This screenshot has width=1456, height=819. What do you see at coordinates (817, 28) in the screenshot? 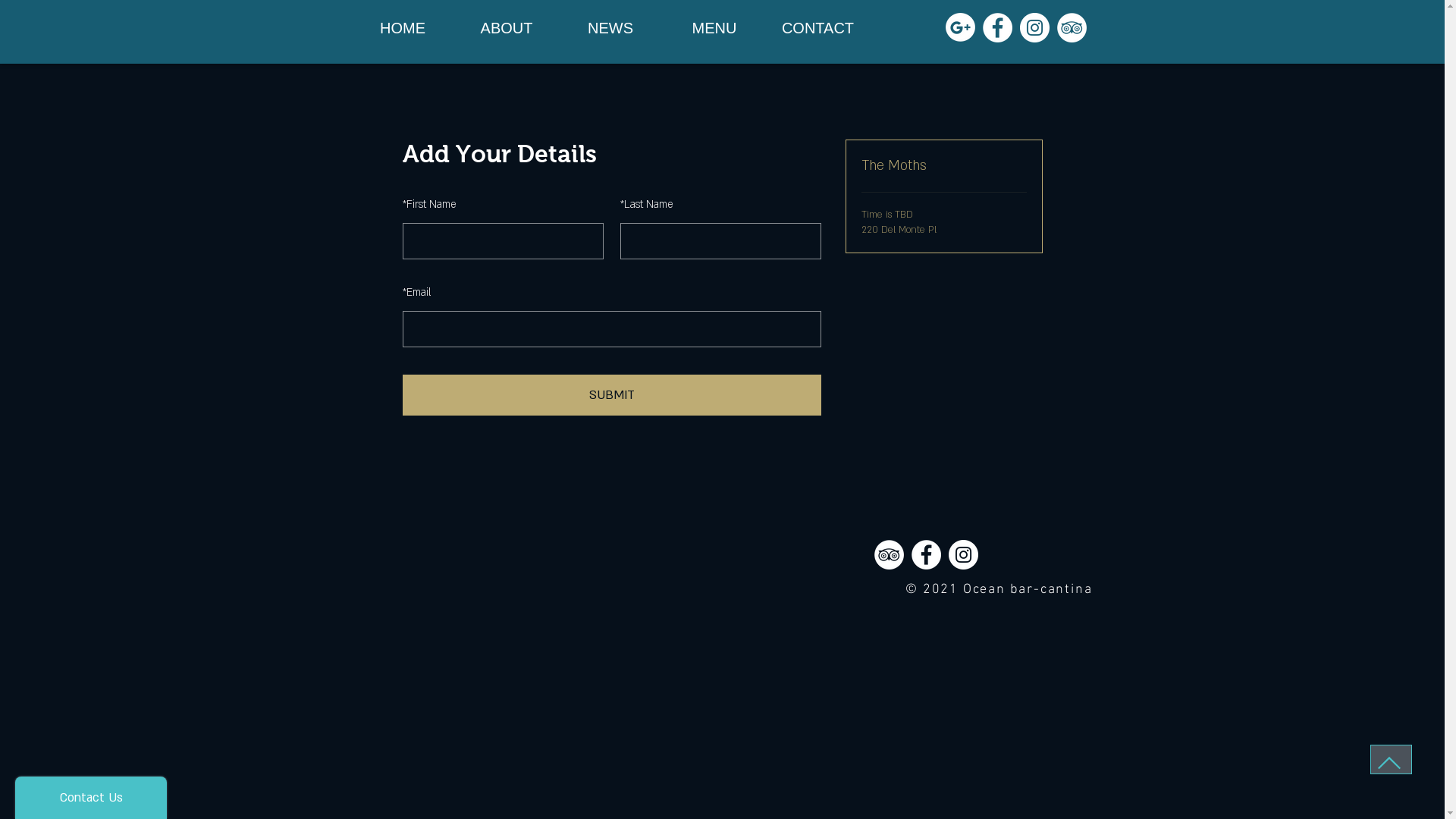
I see `'CONTACT'` at bounding box center [817, 28].